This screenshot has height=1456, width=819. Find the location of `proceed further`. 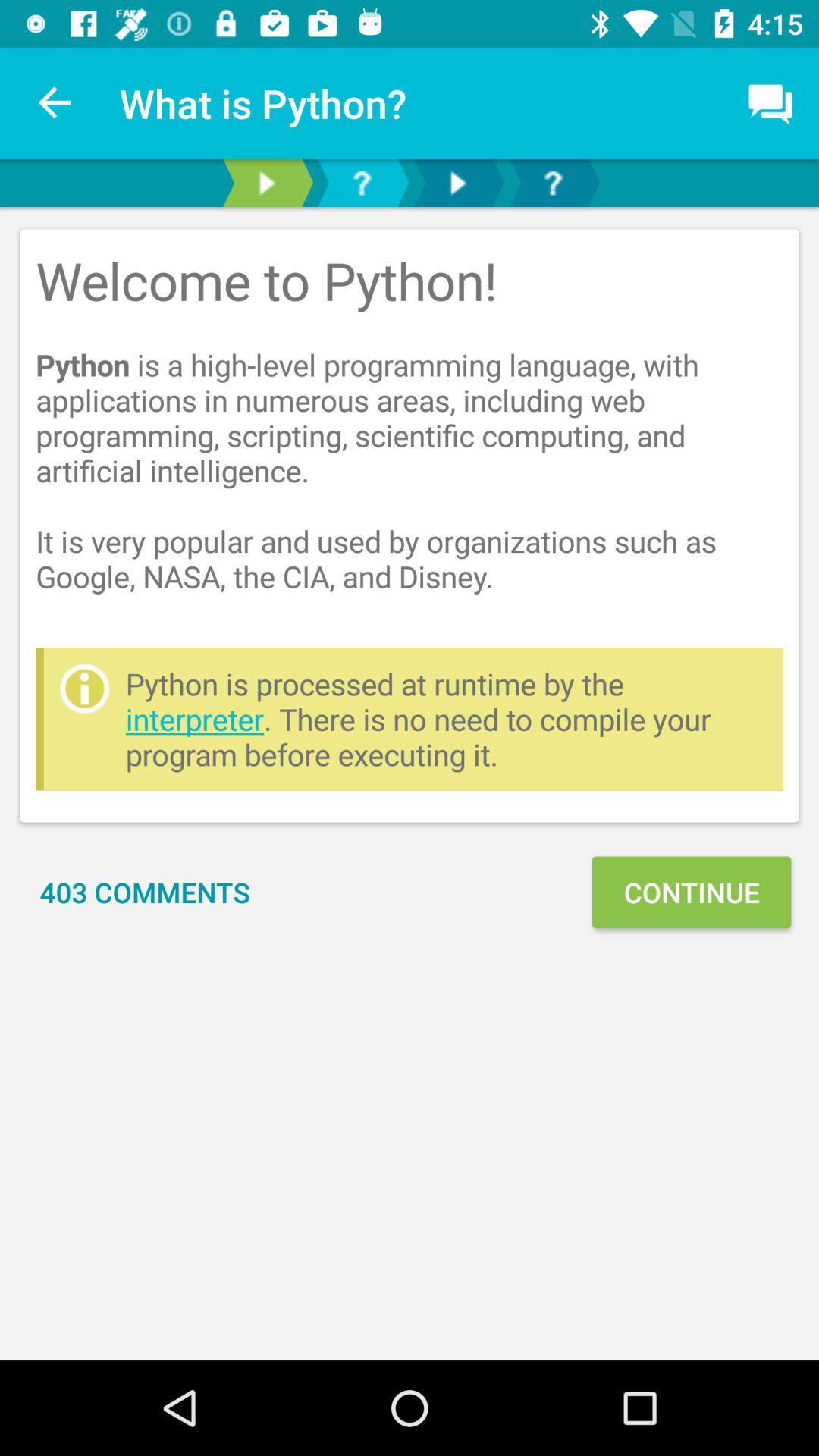

proceed further is located at coordinates (456, 182).